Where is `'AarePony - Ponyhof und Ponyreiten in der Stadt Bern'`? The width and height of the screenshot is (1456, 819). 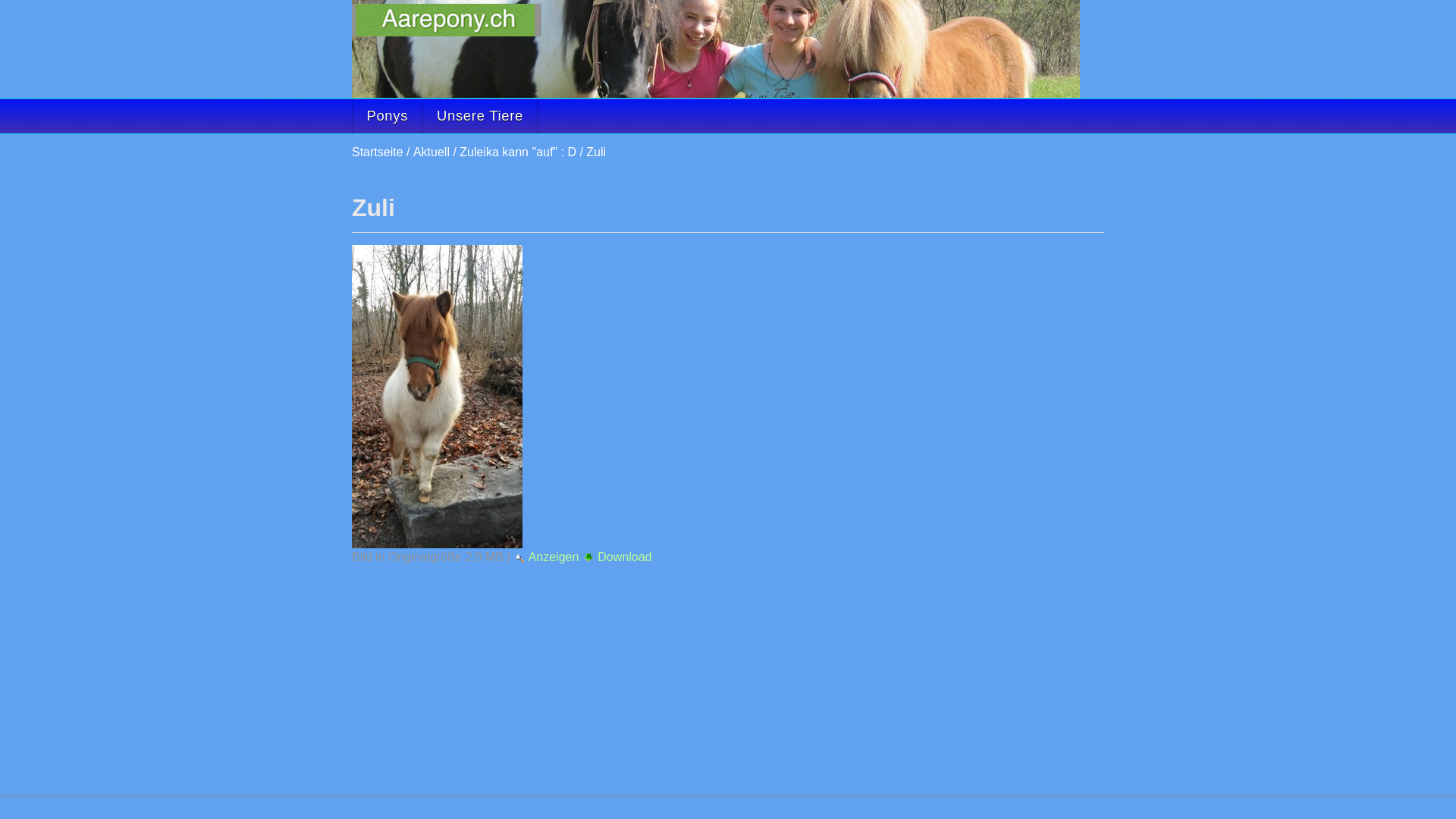
'AarePony - Ponyhof und Ponyreiten in der Stadt Bern' is located at coordinates (446, 20).